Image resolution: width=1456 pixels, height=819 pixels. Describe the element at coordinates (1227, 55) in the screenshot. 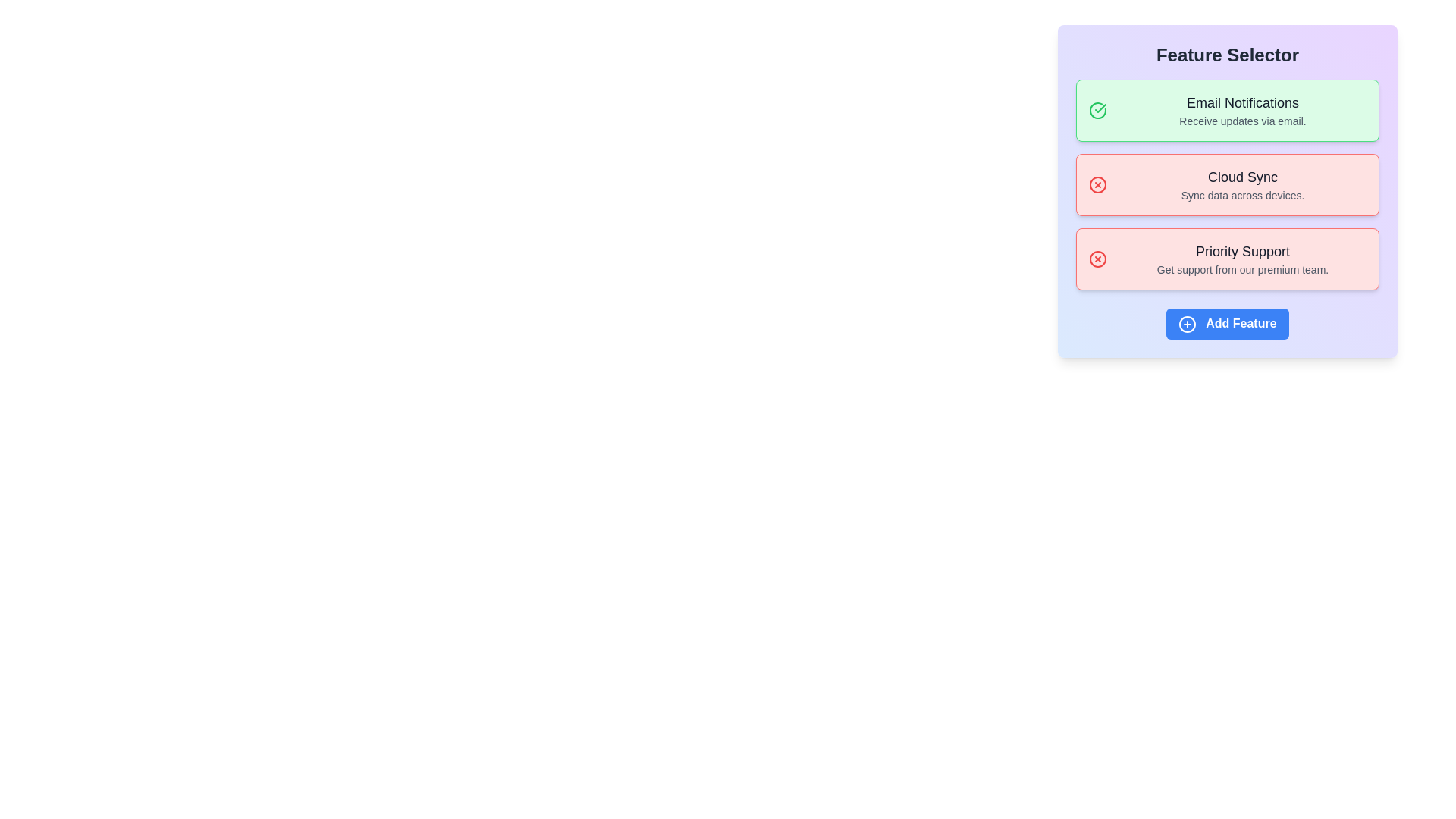

I see `the heading labeled 'Feature Selector' which is styled with bold, large-sized dark gray text and positioned at the top of a card with a gradient background` at that location.